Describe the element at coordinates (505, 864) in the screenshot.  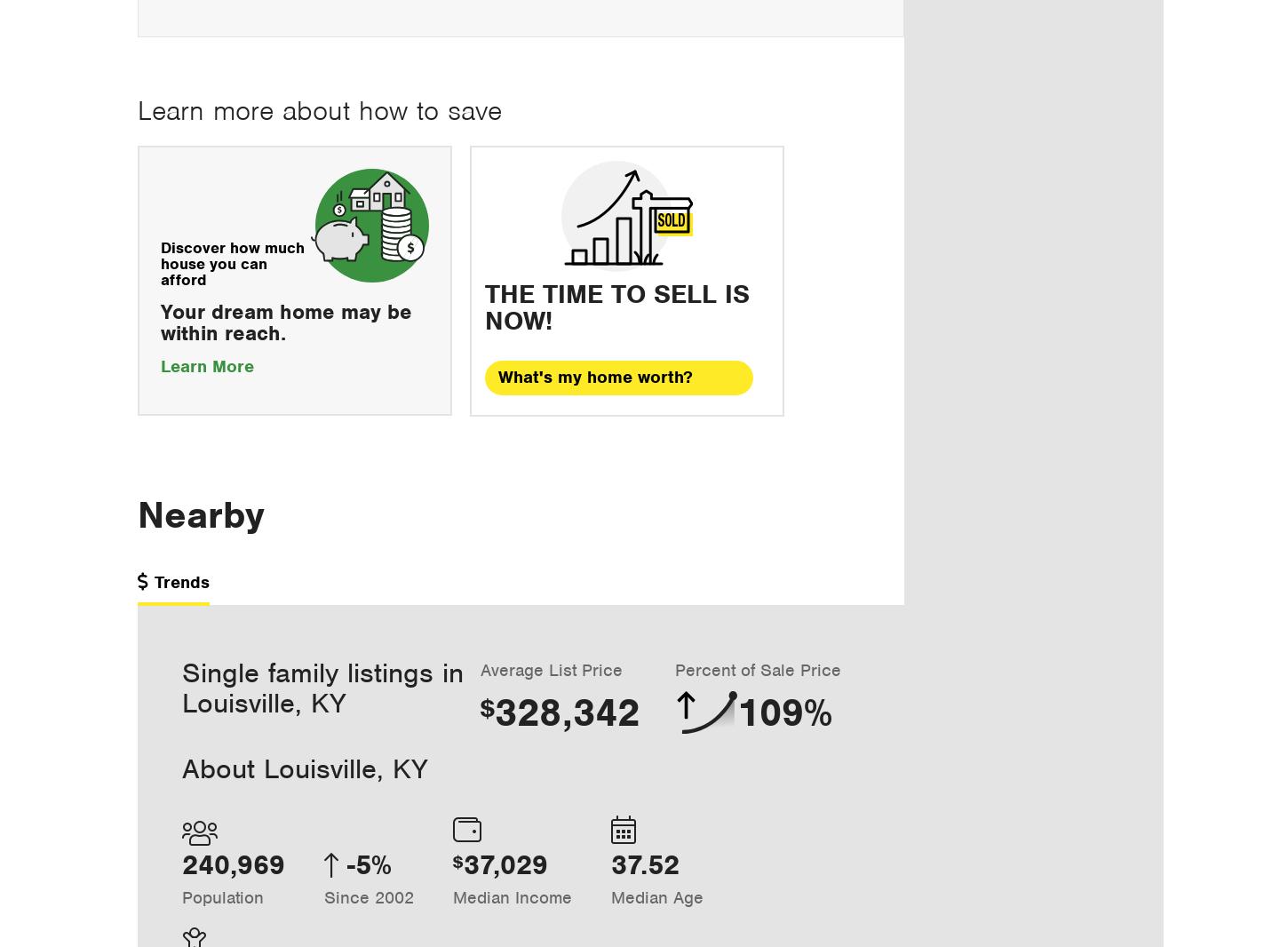
I see `'37,029'` at that location.